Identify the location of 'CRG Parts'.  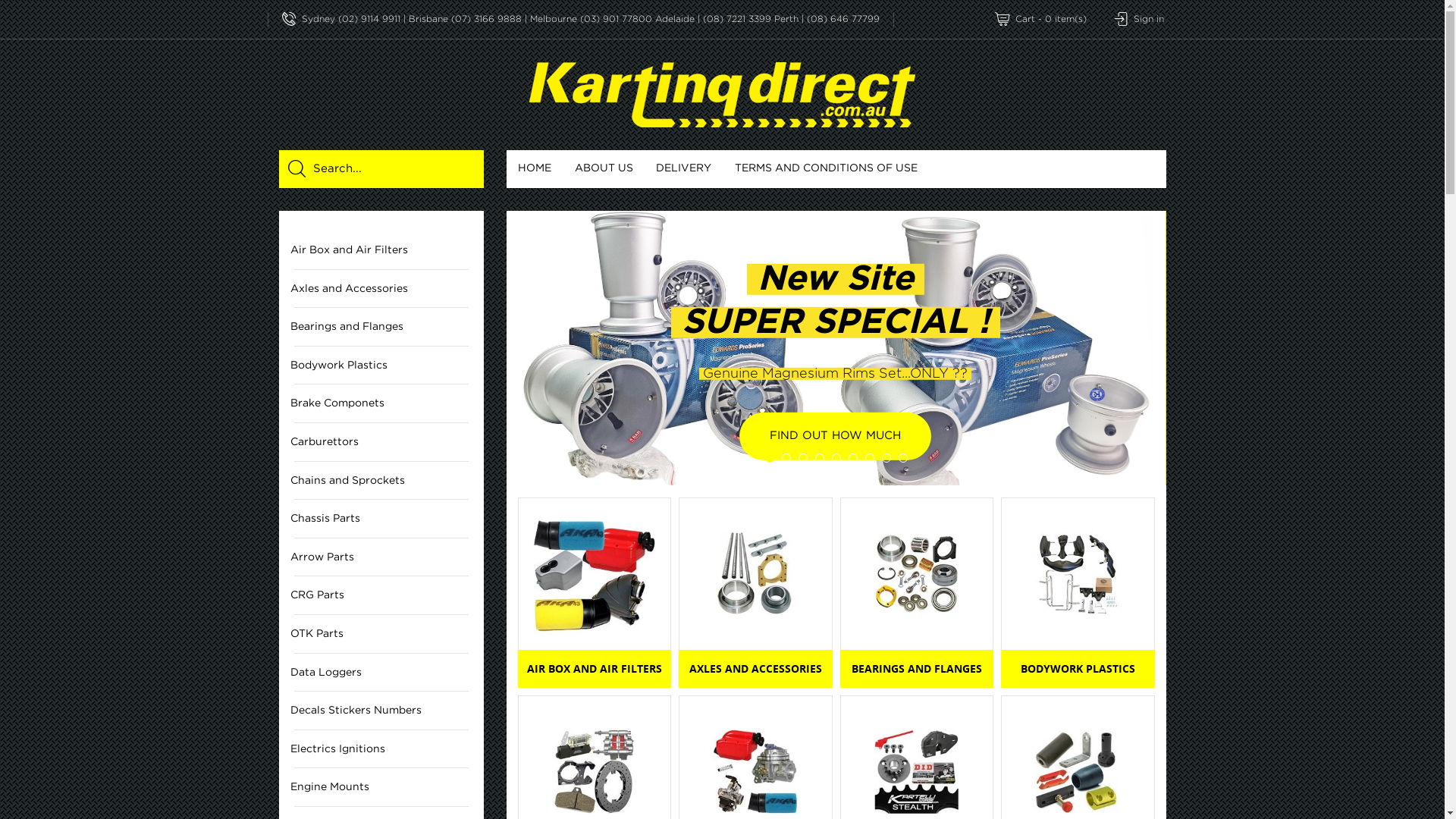
(381, 595).